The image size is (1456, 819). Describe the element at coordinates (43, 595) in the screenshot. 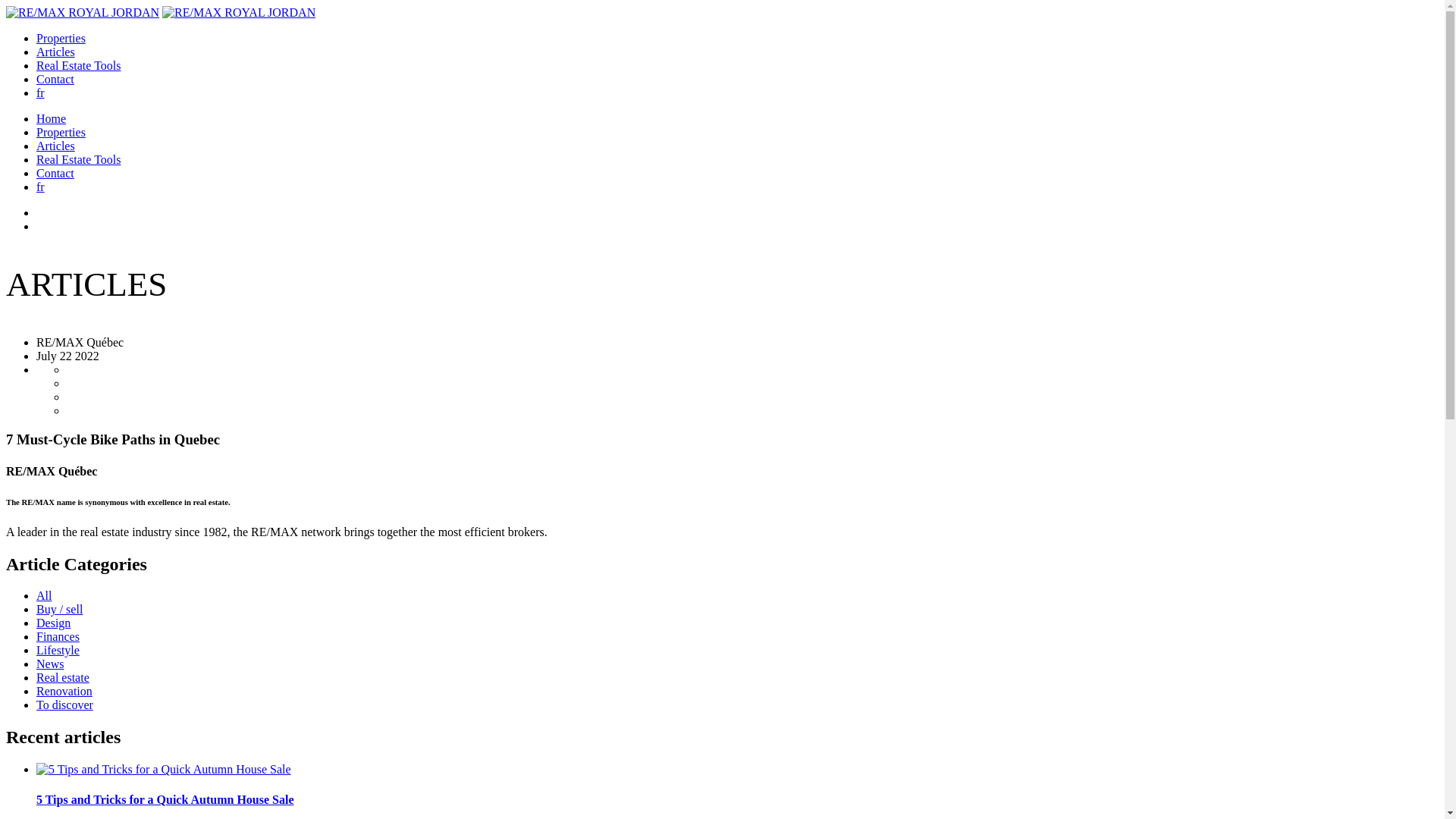

I see `'All'` at that location.